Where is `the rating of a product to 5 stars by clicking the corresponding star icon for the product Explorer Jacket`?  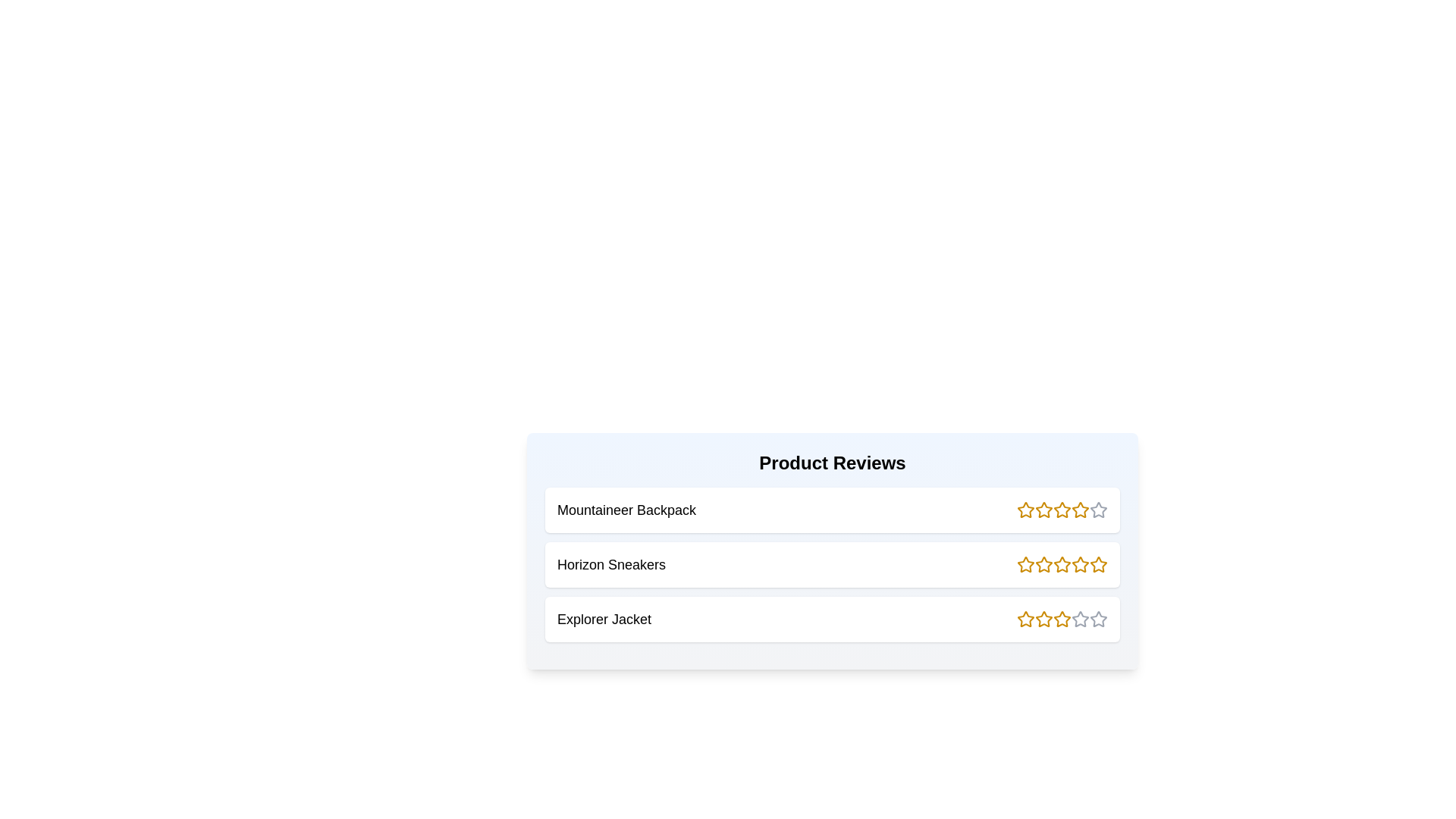 the rating of a product to 5 stars by clicking the corresponding star icon for the product Explorer Jacket is located at coordinates (1099, 620).